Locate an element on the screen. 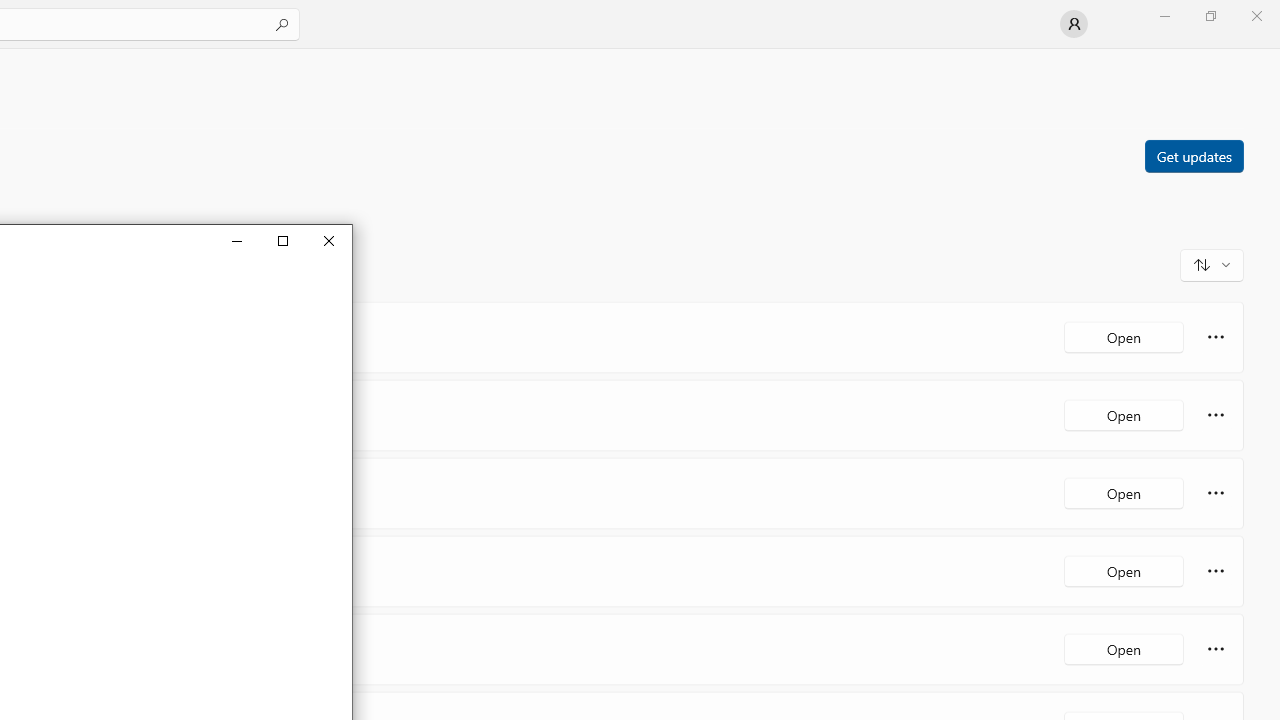  'Minimize Realtek Audio Console' is located at coordinates (236, 239).